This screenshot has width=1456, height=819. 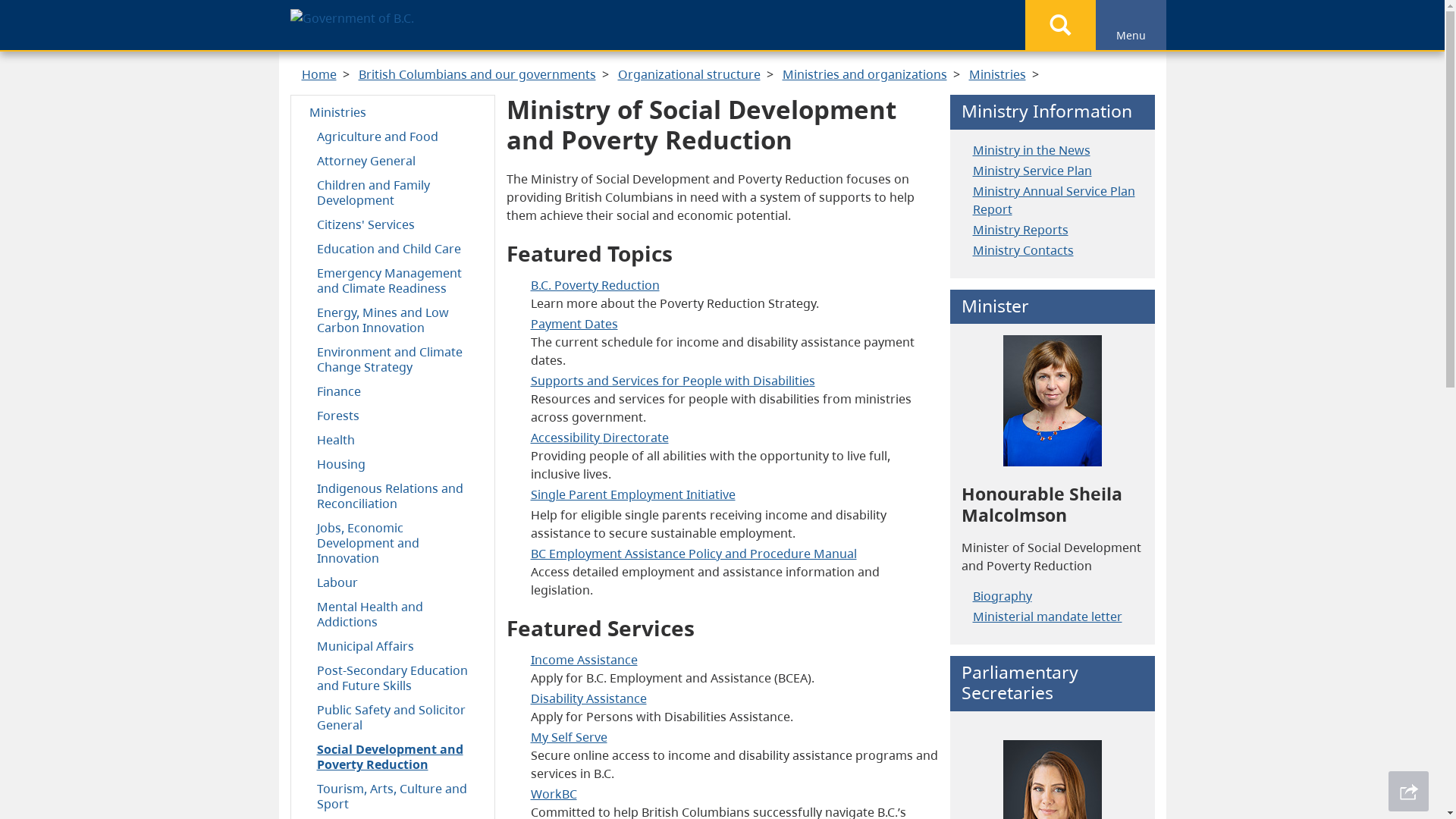 I want to click on 'Payment Dates', so click(x=531, y=323).